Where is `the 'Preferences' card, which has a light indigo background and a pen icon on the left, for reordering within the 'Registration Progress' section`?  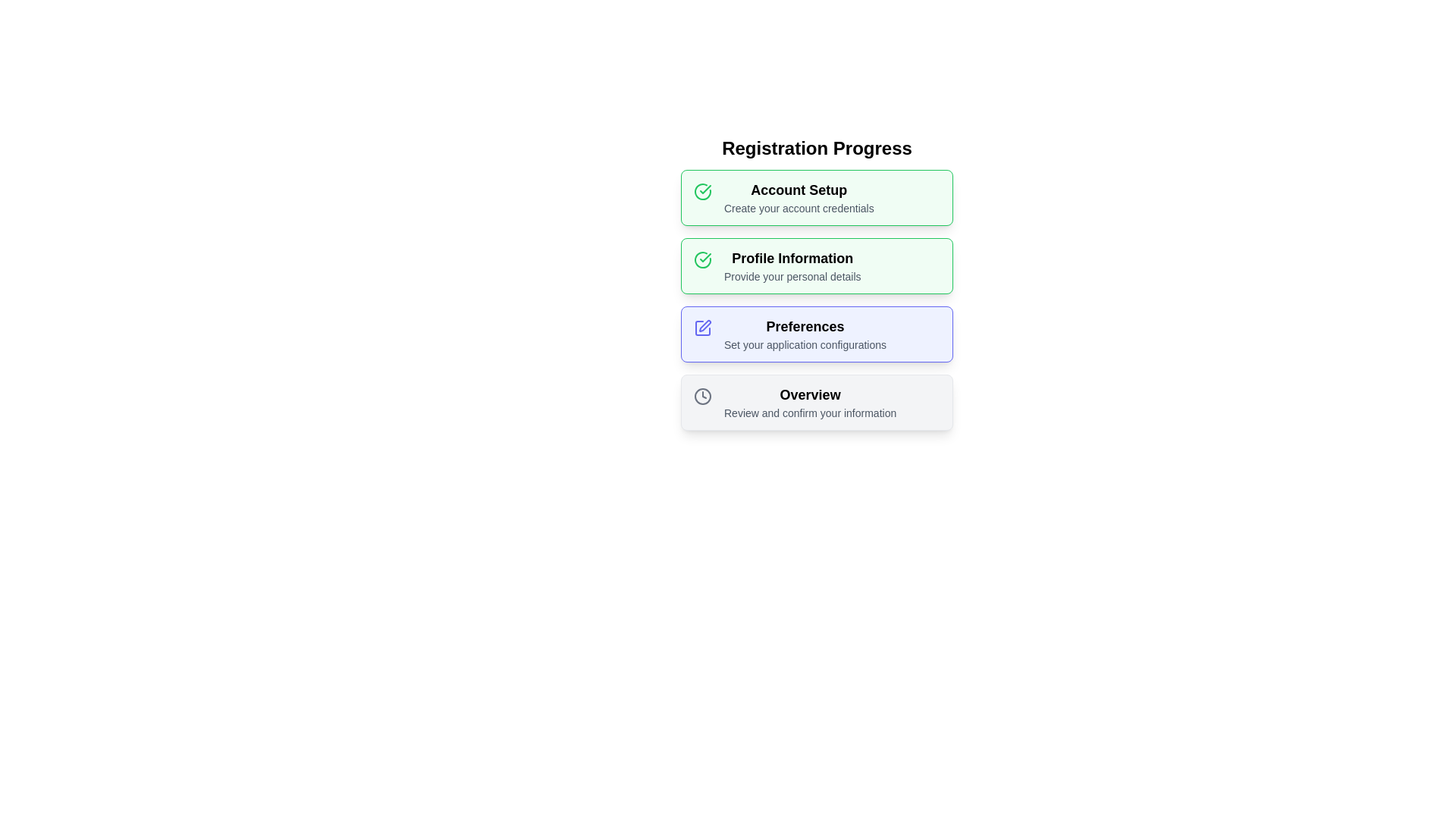 the 'Preferences' card, which has a light indigo background and a pen icon on the left, for reordering within the 'Registration Progress' section is located at coordinates (816, 333).